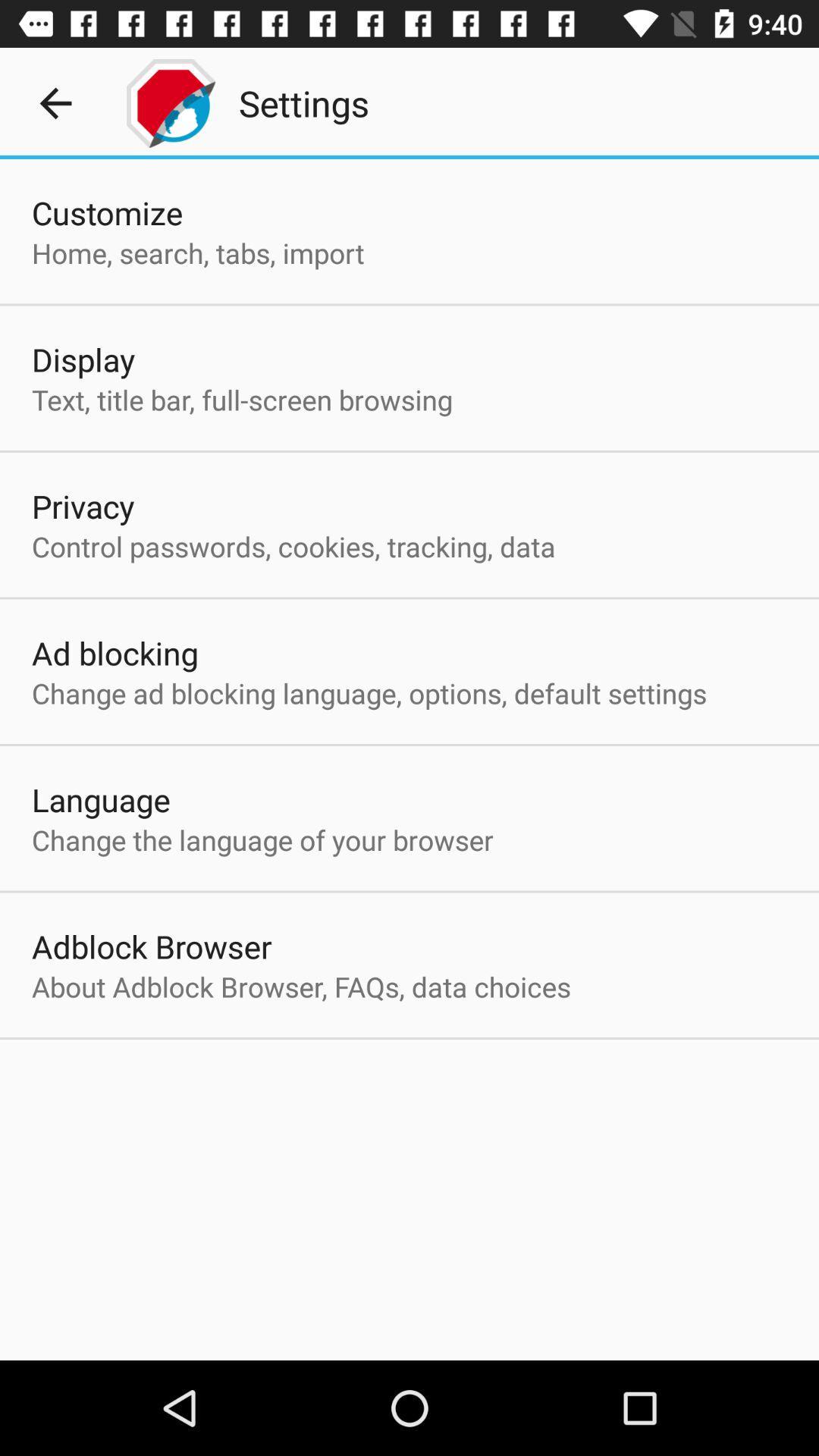 This screenshot has width=819, height=1456. Describe the element at coordinates (83, 359) in the screenshot. I see `the app below the home search tabs icon` at that location.